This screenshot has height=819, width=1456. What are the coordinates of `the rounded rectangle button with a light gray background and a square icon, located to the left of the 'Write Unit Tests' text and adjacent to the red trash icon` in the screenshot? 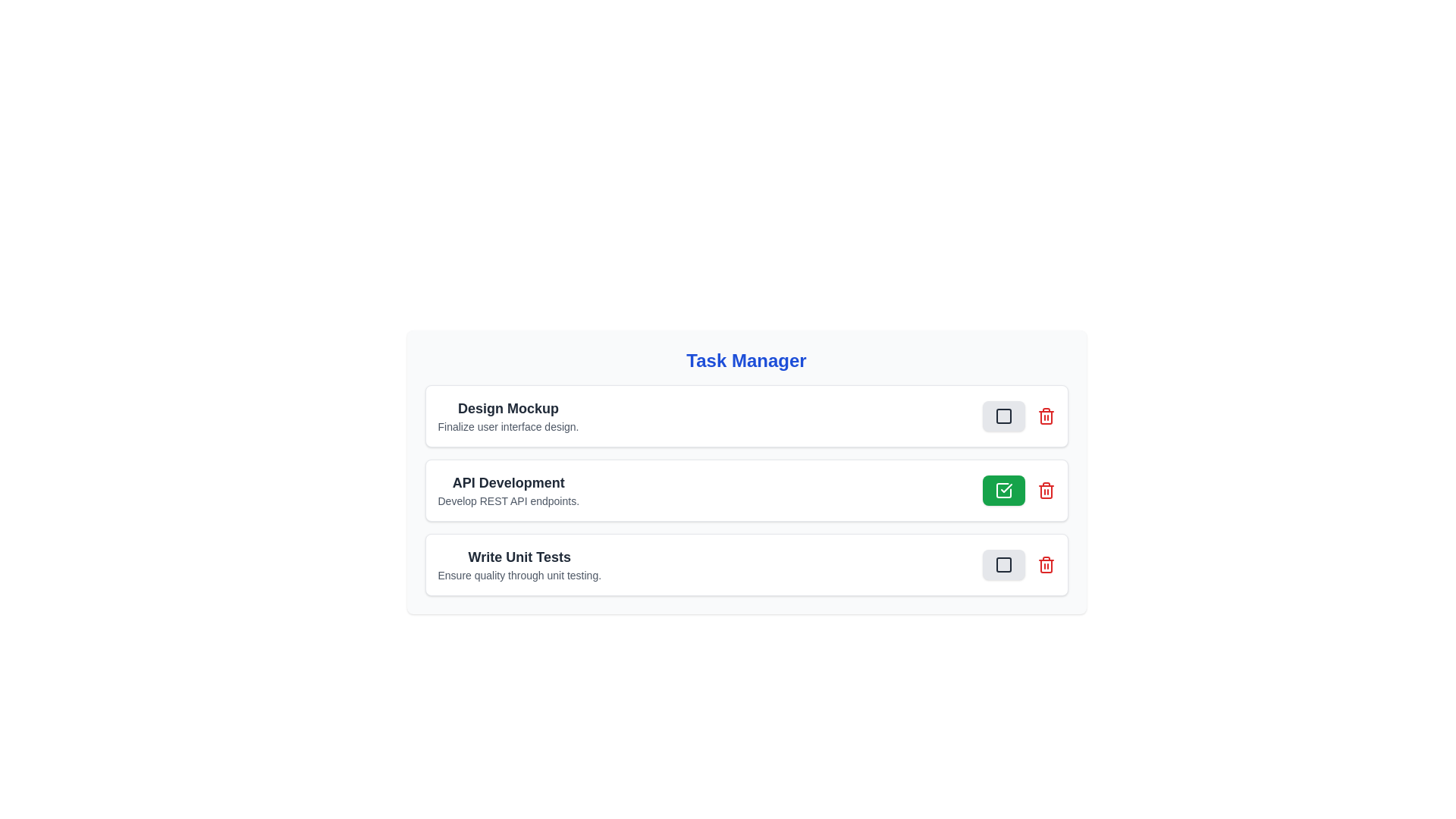 It's located at (1003, 564).